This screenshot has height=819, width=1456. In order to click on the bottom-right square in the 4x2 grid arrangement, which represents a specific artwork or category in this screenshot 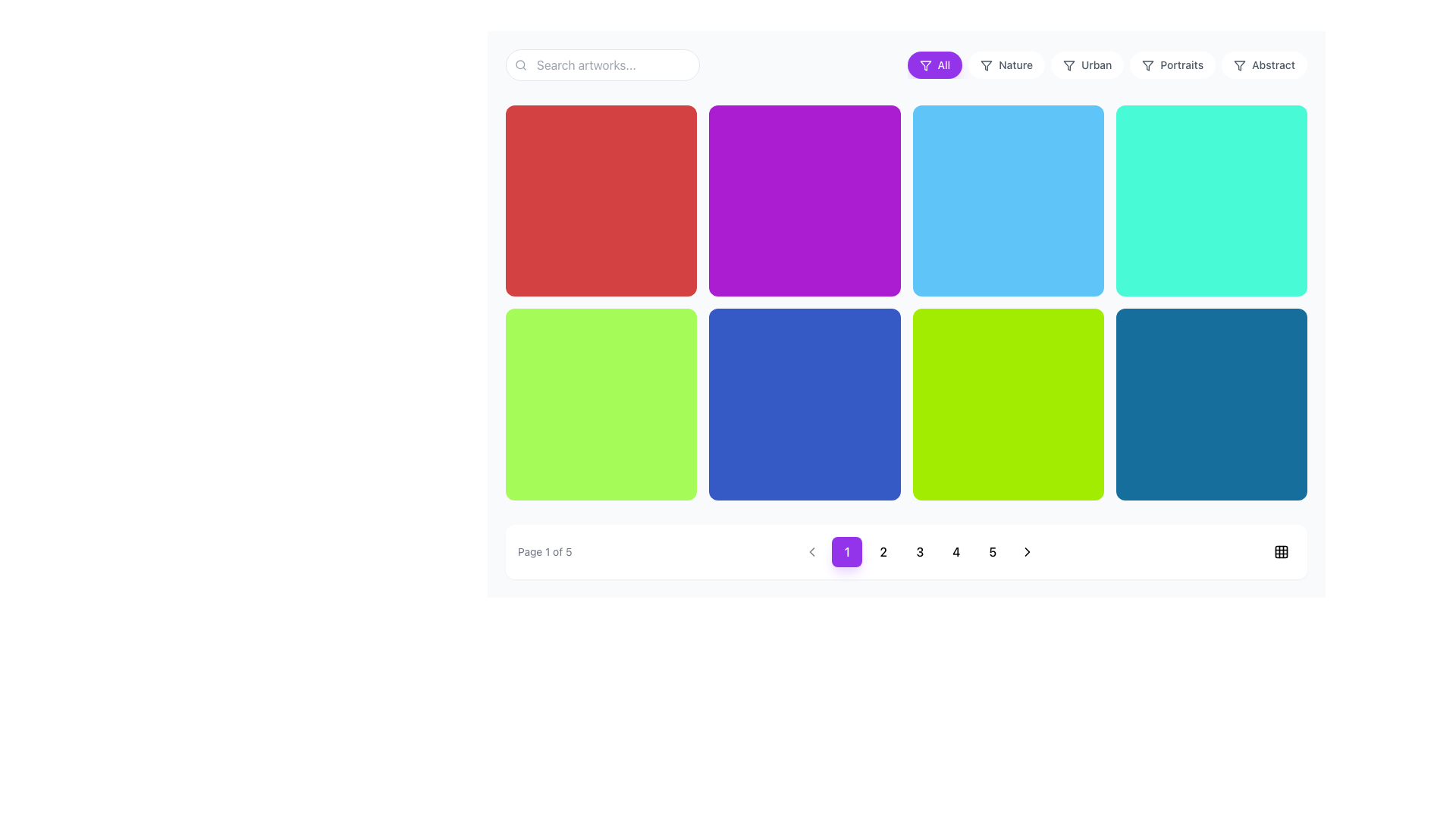, I will do `click(1210, 403)`.